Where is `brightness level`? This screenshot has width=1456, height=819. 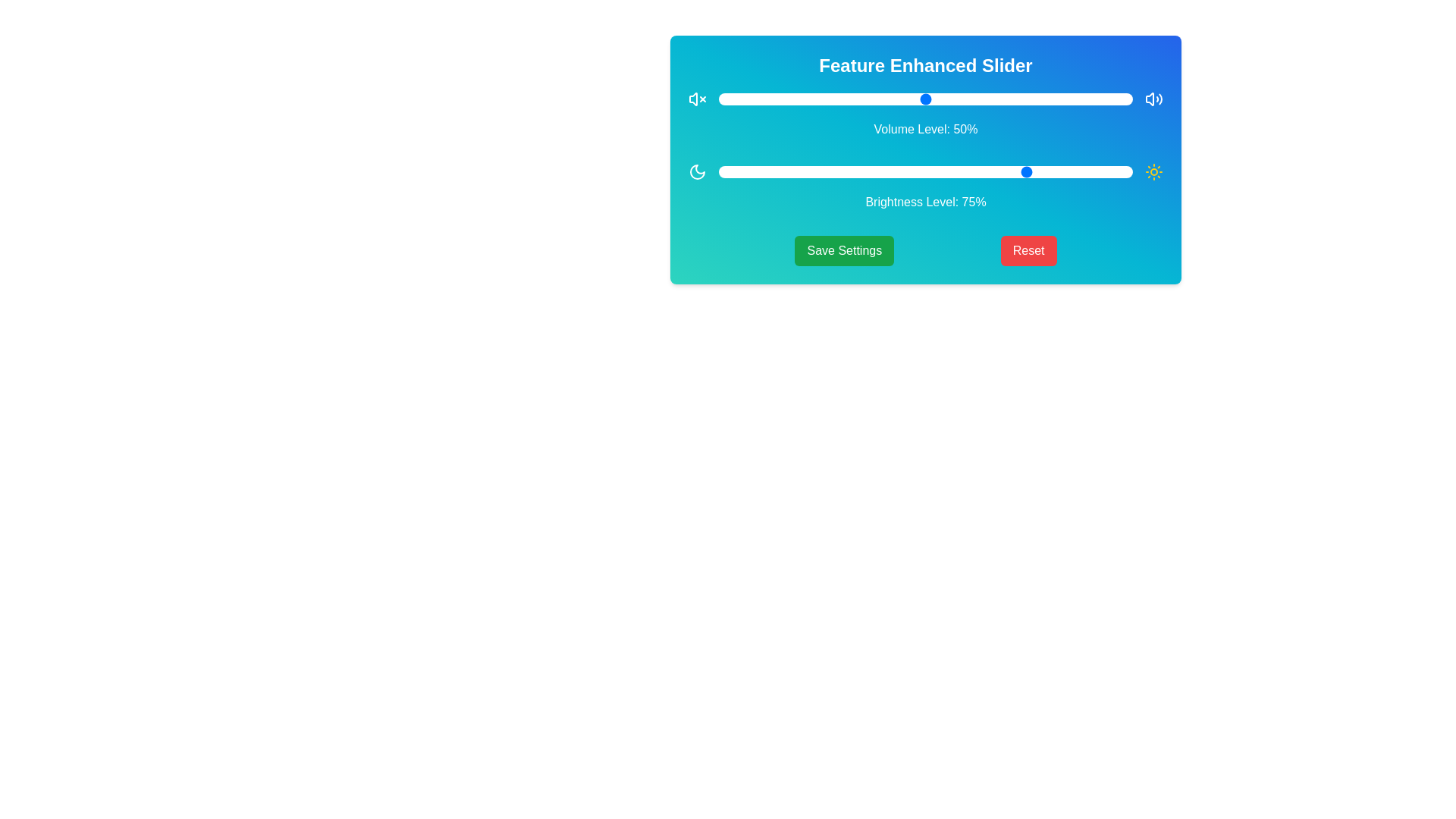 brightness level is located at coordinates (718, 171).